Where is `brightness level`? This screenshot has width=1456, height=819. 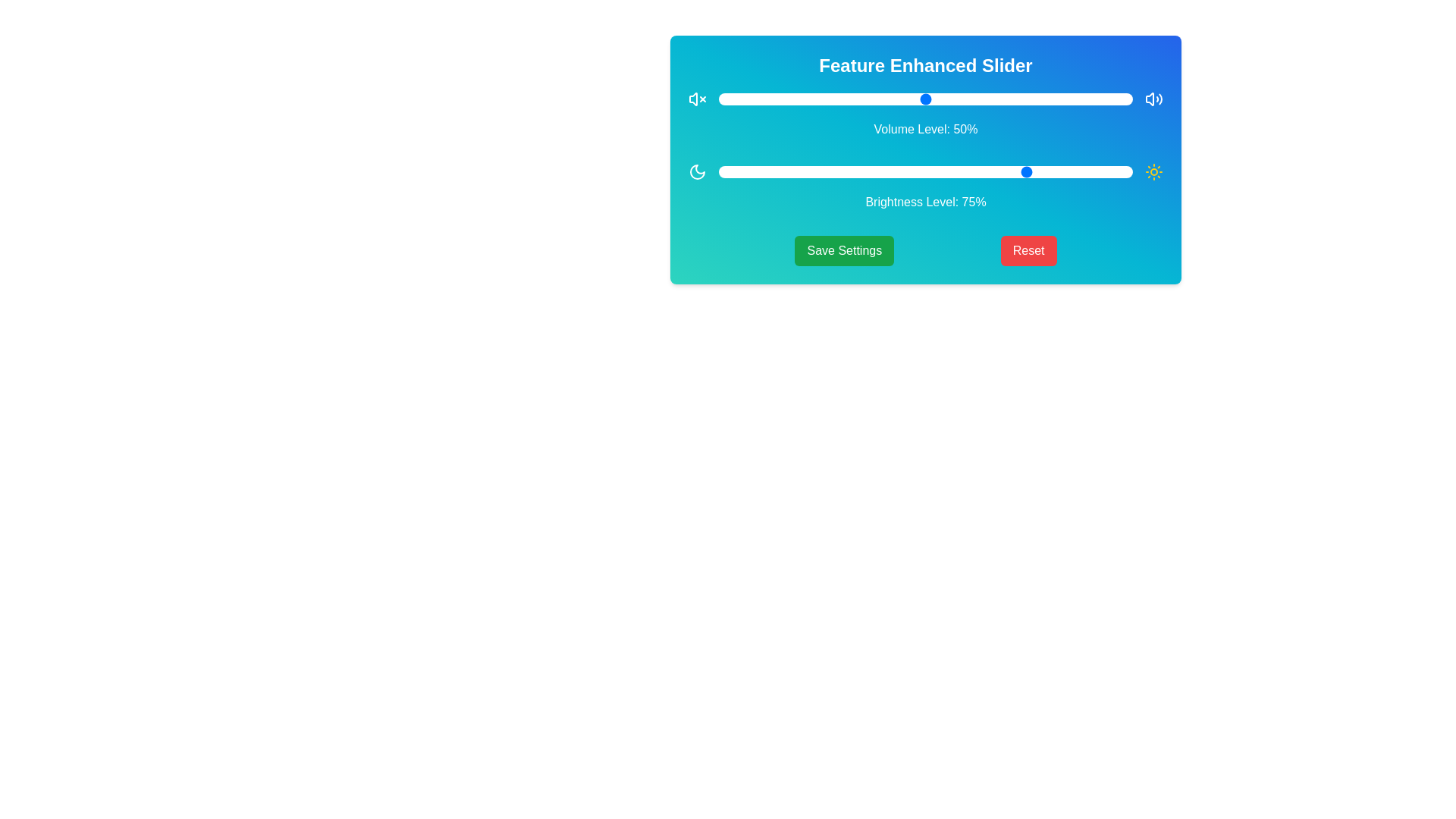 brightness level is located at coordinates (718, 171).